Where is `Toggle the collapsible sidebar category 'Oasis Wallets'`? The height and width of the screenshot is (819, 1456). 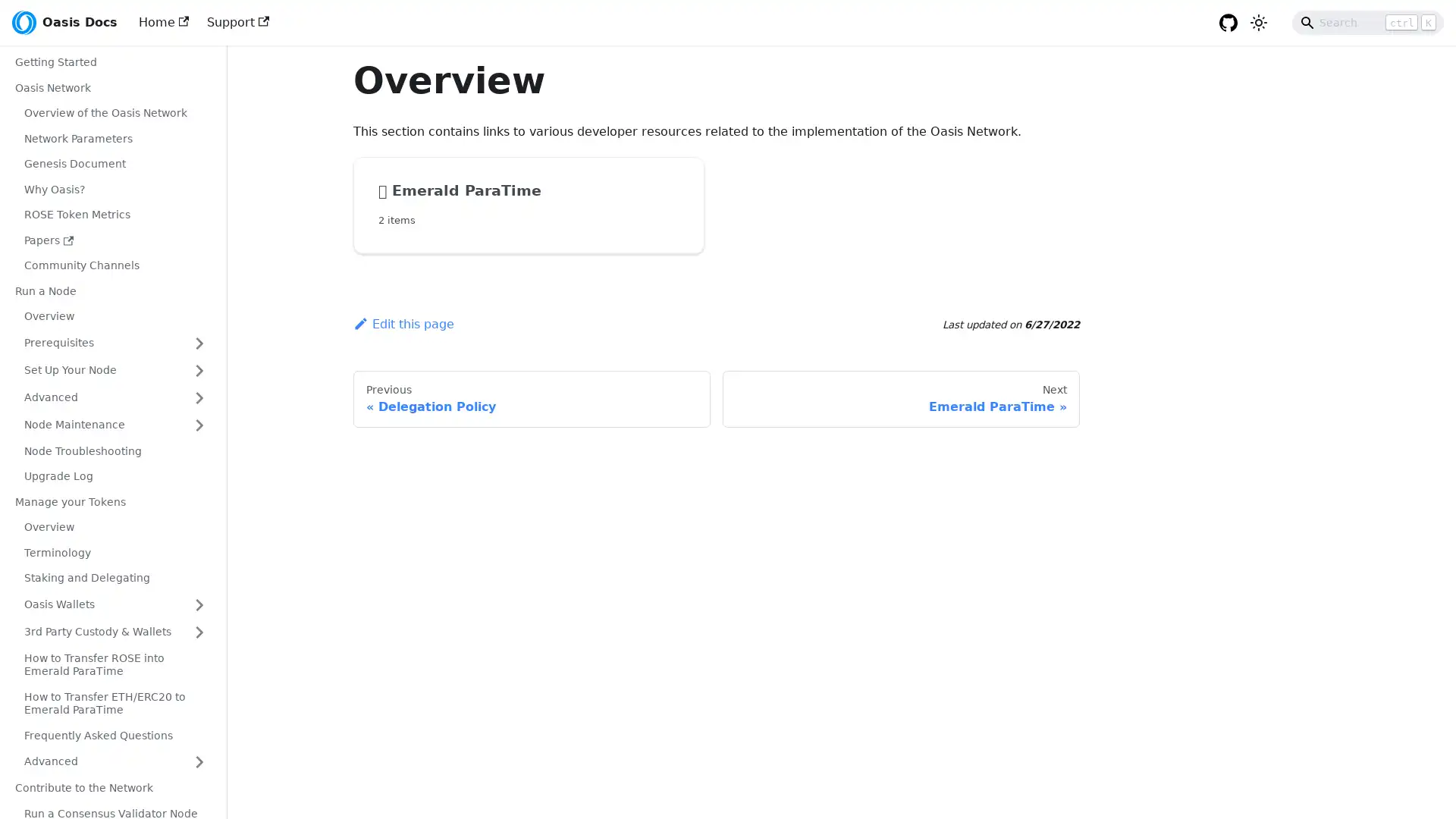
Toggle the collapsible sidebar category 'Oasis Wallets' is located at coordinates (199, 604).